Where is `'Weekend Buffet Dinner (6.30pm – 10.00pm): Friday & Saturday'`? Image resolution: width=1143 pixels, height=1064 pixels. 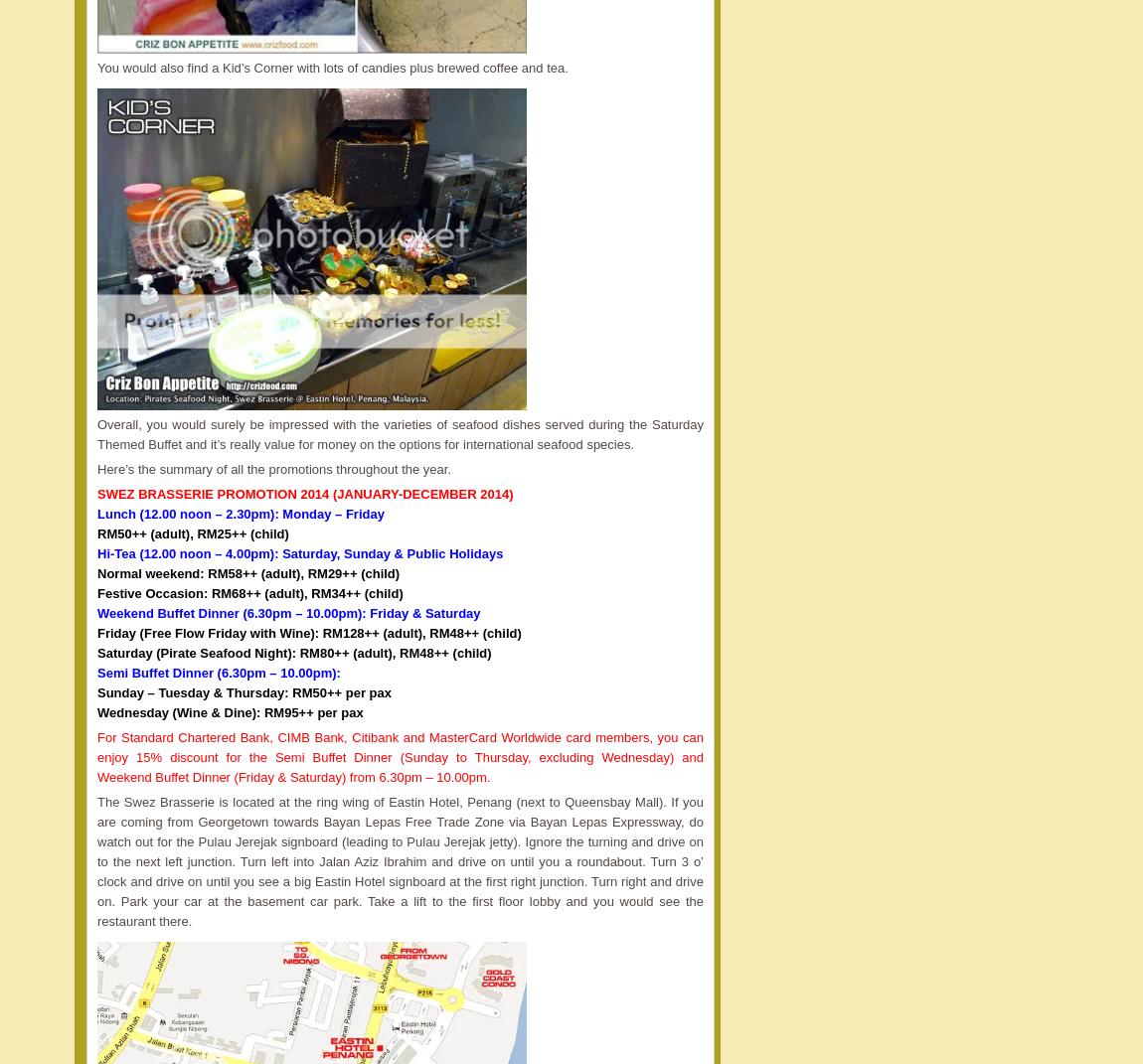 'Weekend Buffet Dinner (6.30pm – 10.00pm): Friday & Saturday' is located at coordinates (288, 612).